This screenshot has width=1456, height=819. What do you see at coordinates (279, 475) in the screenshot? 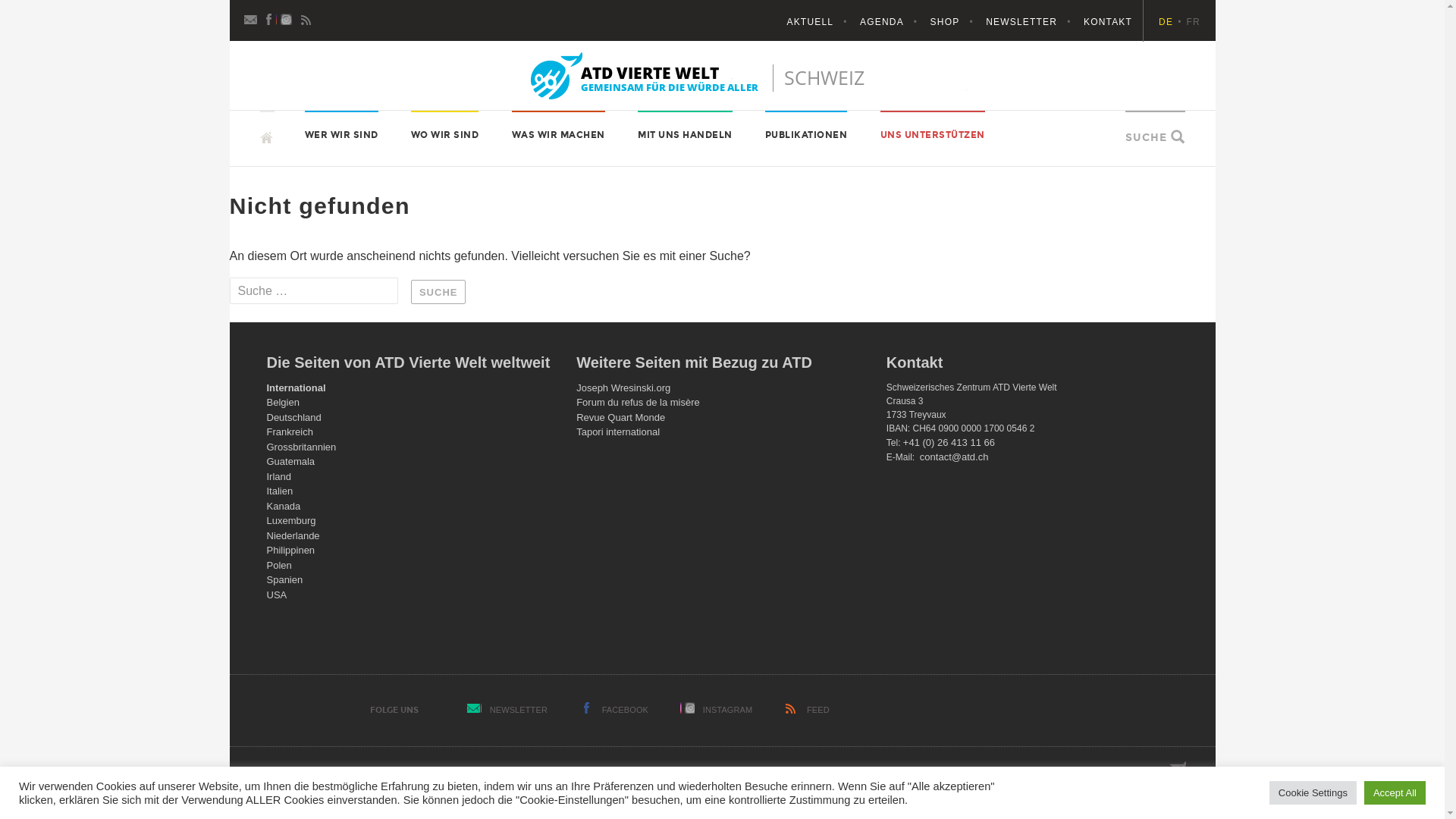
I see `'Irland'` at bounding box center [279, 475].